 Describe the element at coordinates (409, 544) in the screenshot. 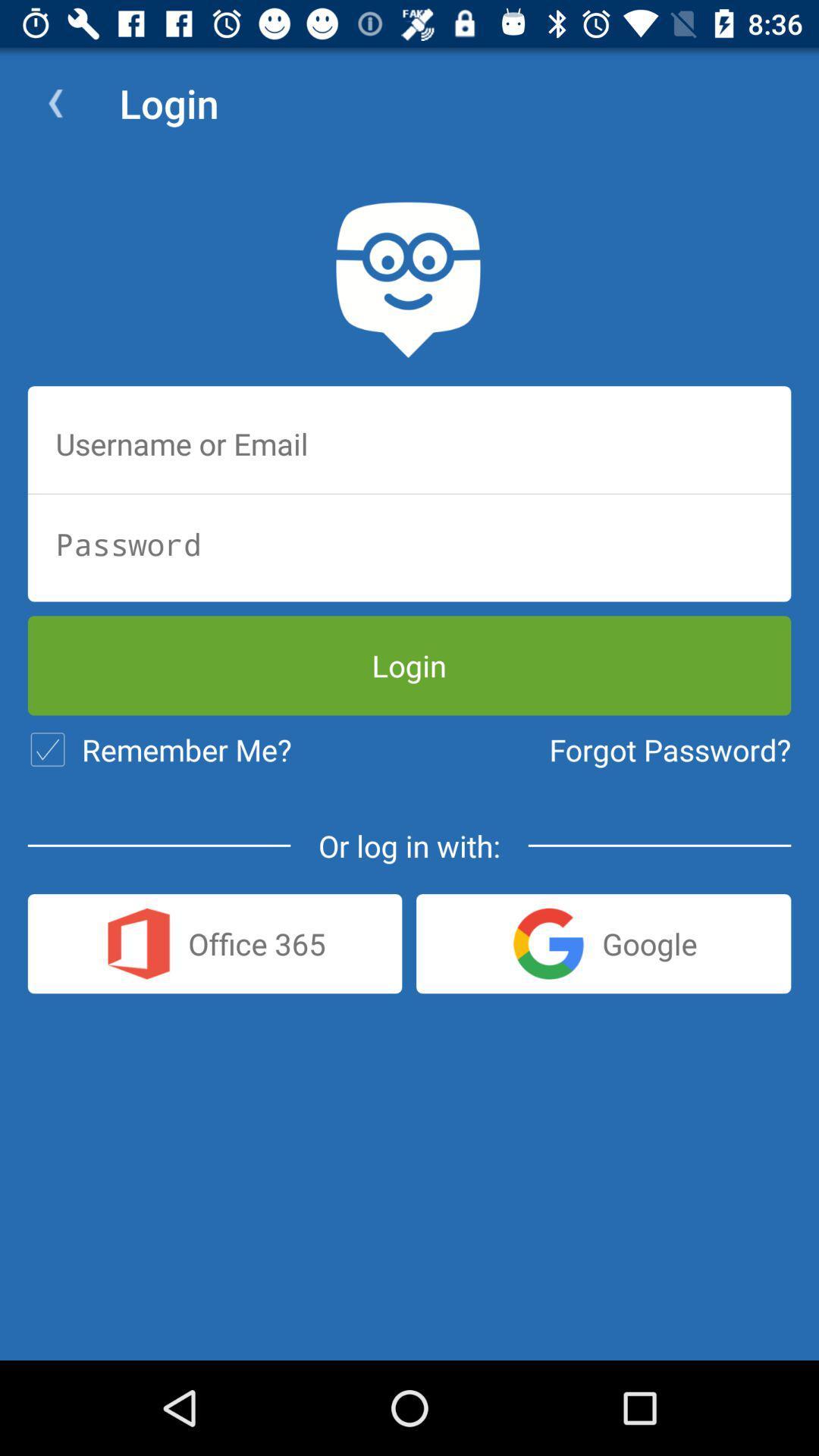

I see `input the password` at that location.